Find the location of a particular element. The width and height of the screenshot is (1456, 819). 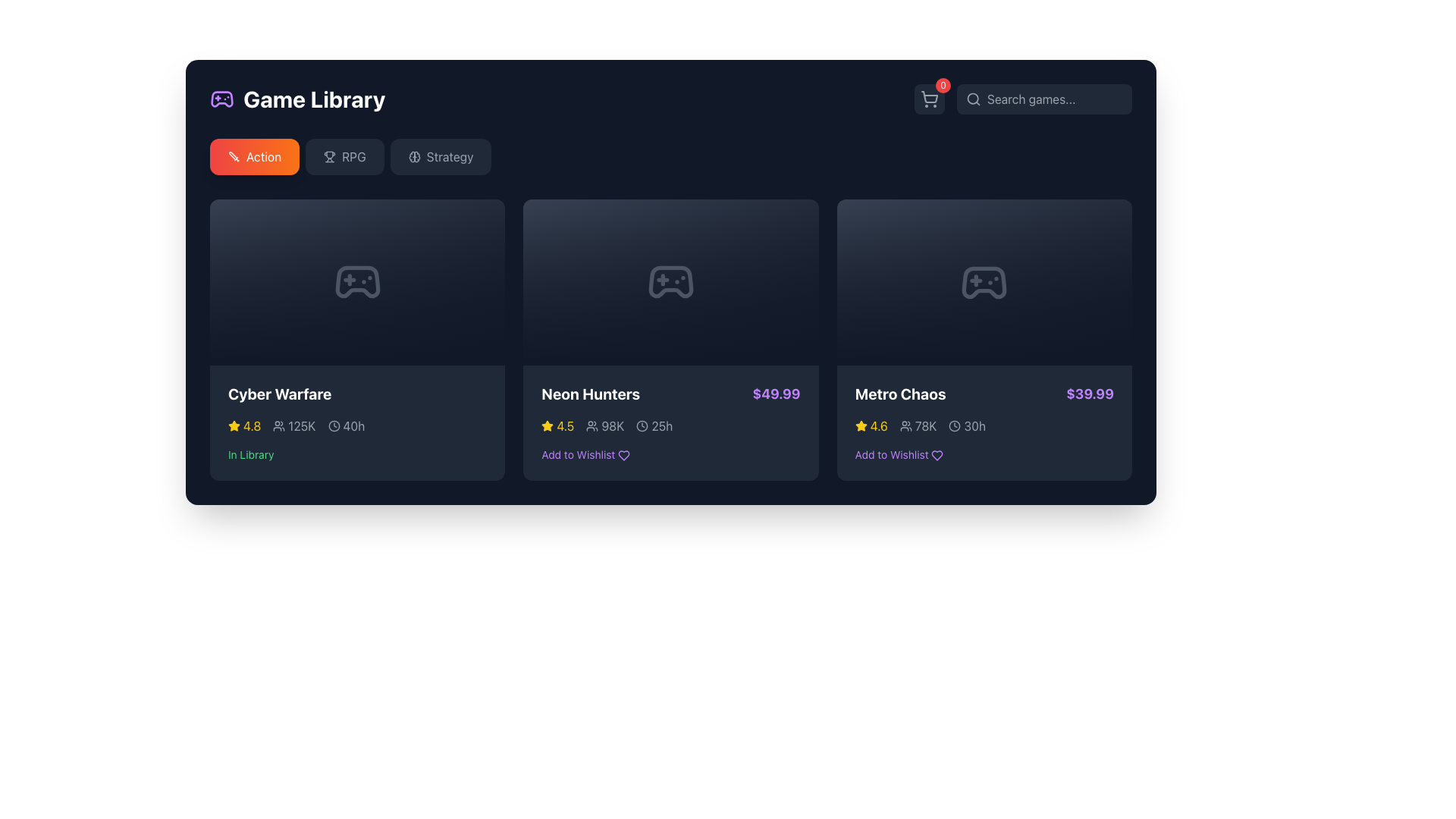

the 'In Library' text label displayed in green color below the 'Cyber Warfare' game card is located at coordinates (251, 453).